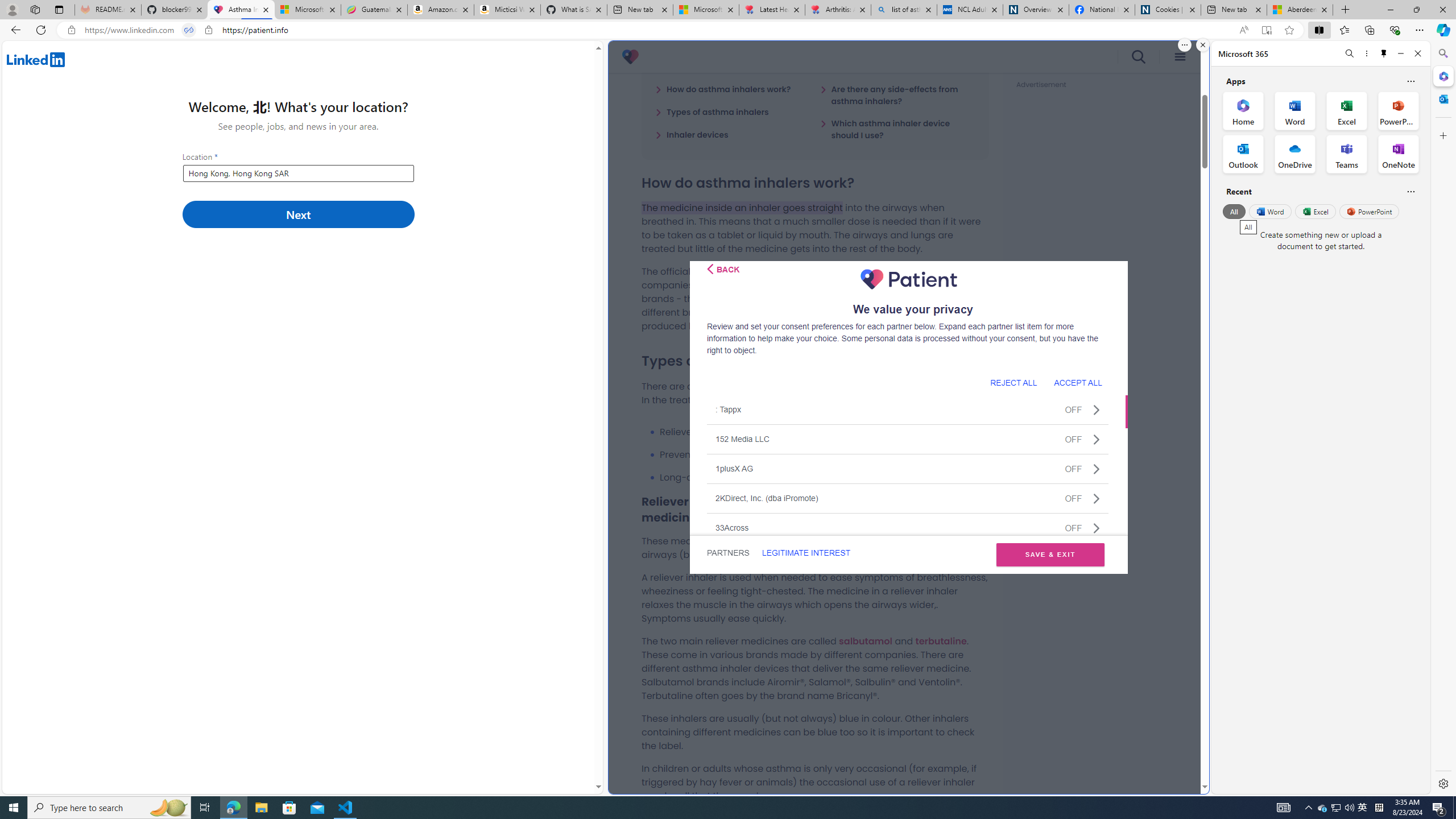  What do you see at coordinates (1266, 30) in the screenshot?
I see `'Enter Immersive Reader (F9)'` at bounding box center [1266, 30].